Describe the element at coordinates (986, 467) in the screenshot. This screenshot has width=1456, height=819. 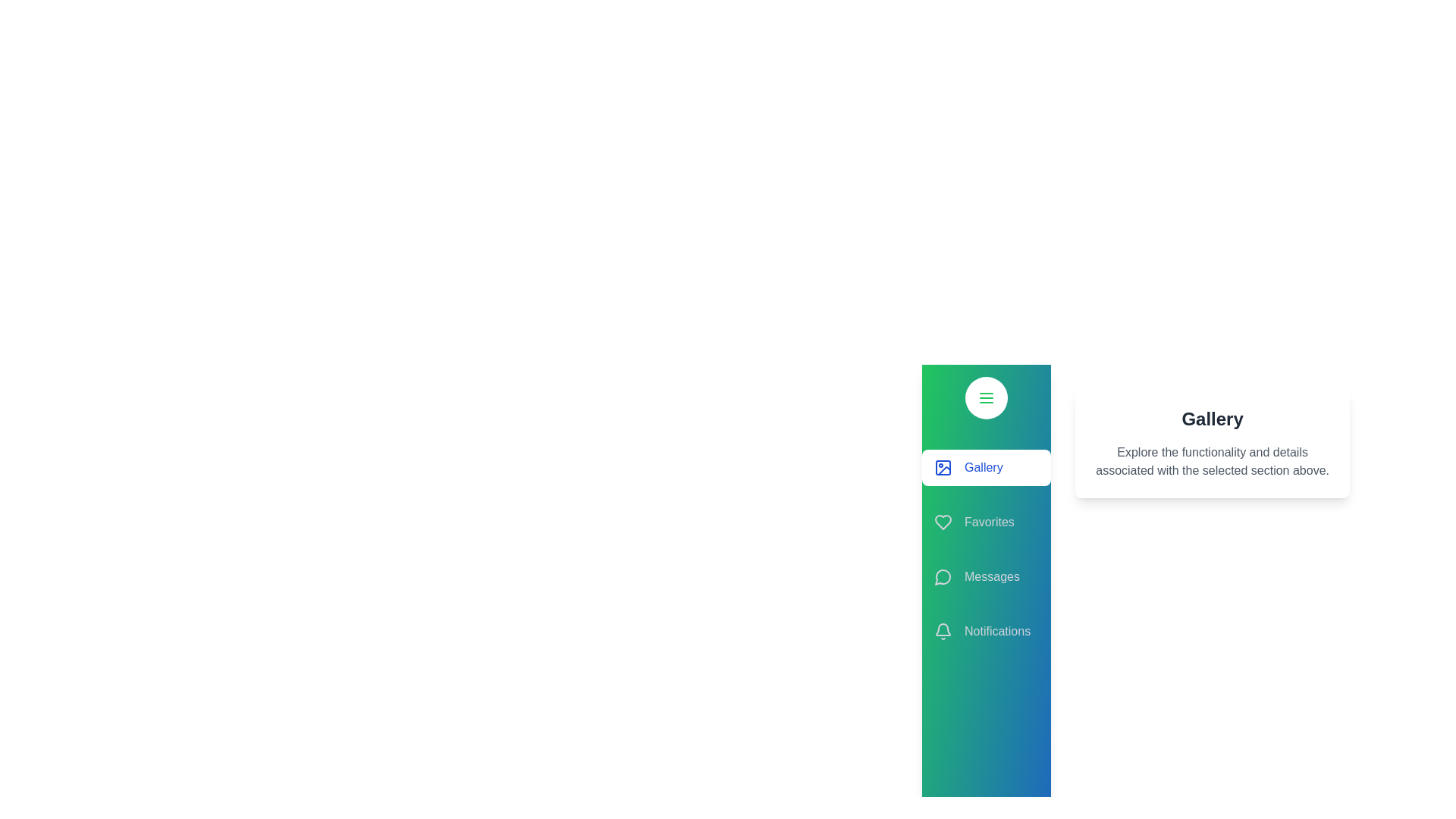
I see `the section Gallery in the EnhancedDrawer component` at that location.